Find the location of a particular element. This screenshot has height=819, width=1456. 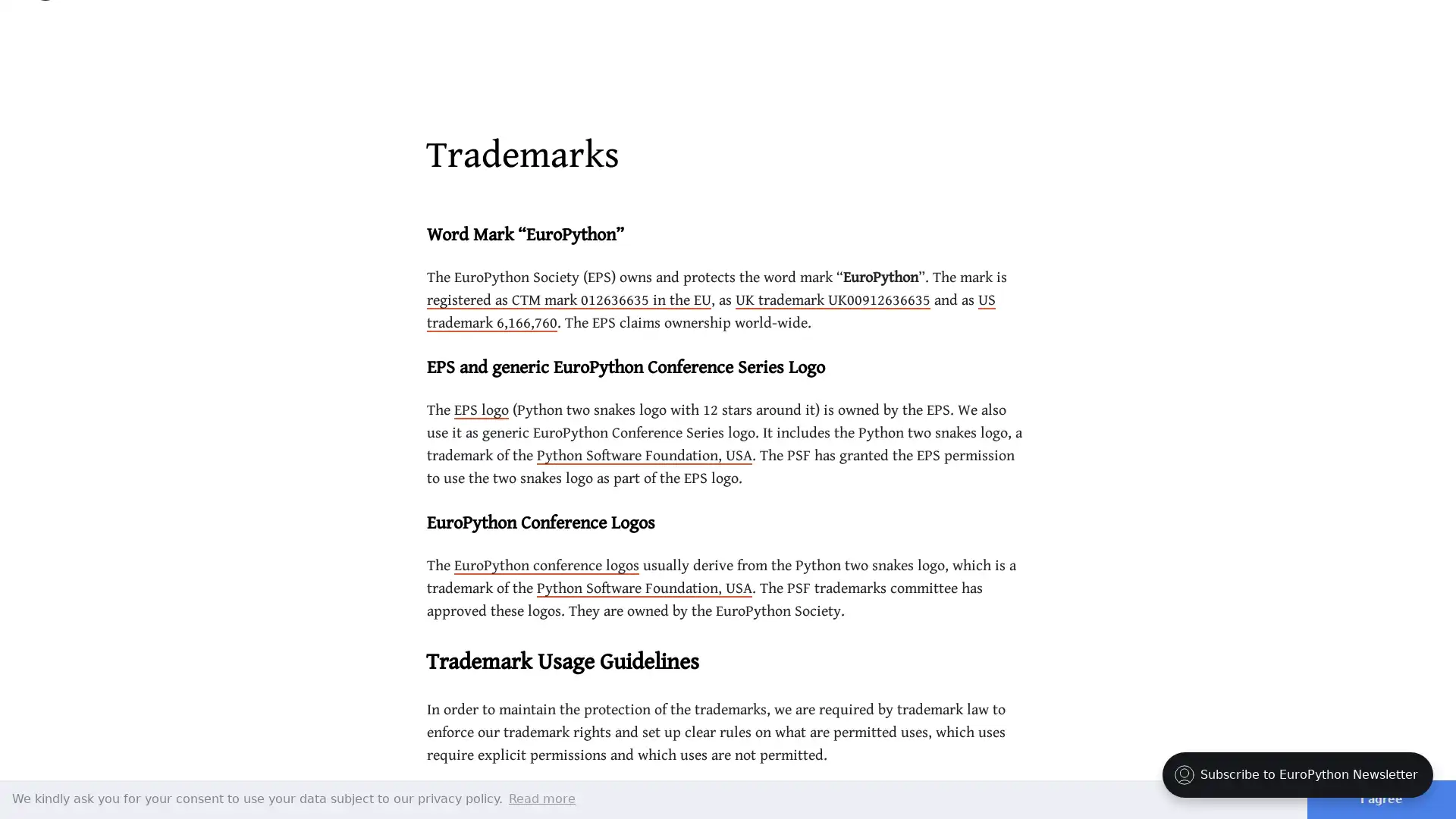

Sign up is located at coordinates (1398, 29).